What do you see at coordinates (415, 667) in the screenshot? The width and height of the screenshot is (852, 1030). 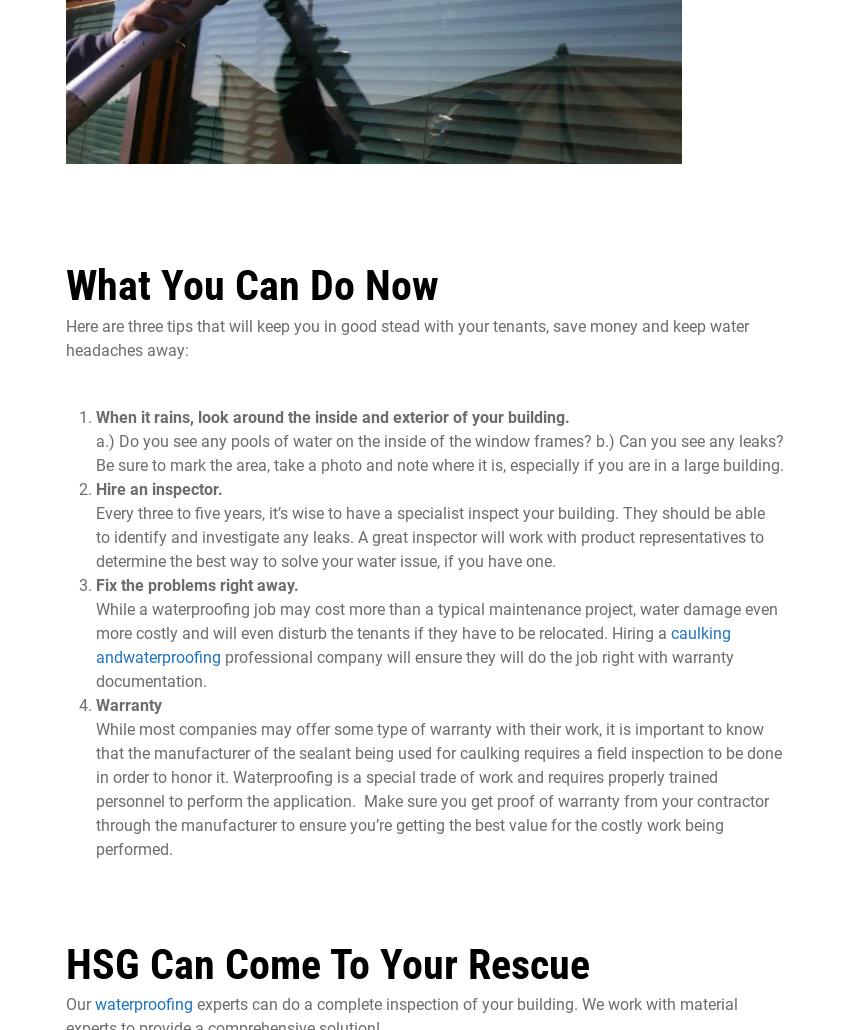 I see `'with warranty documentation.'` at bounding box center [415, 667].